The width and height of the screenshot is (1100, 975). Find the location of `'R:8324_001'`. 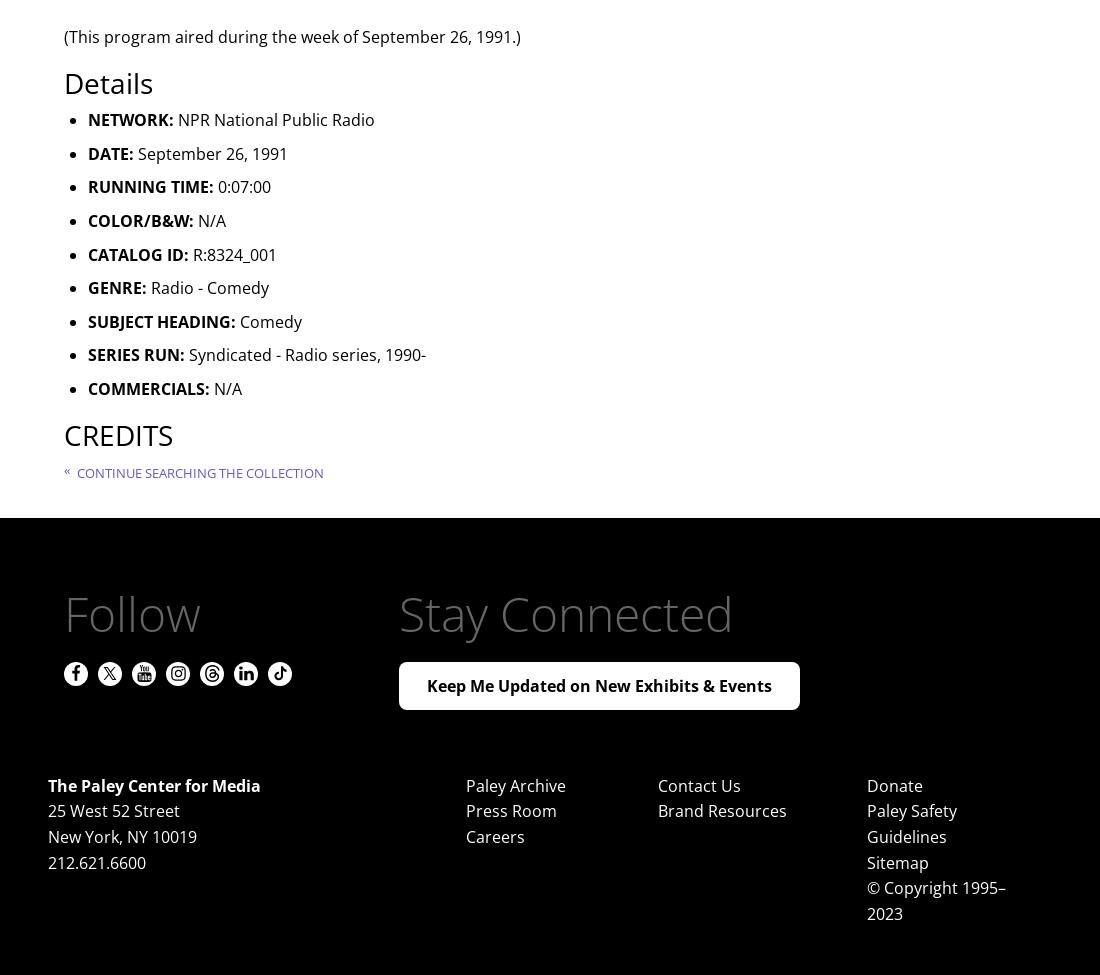

'R:8324_001' is located at coordinates (187, 253).